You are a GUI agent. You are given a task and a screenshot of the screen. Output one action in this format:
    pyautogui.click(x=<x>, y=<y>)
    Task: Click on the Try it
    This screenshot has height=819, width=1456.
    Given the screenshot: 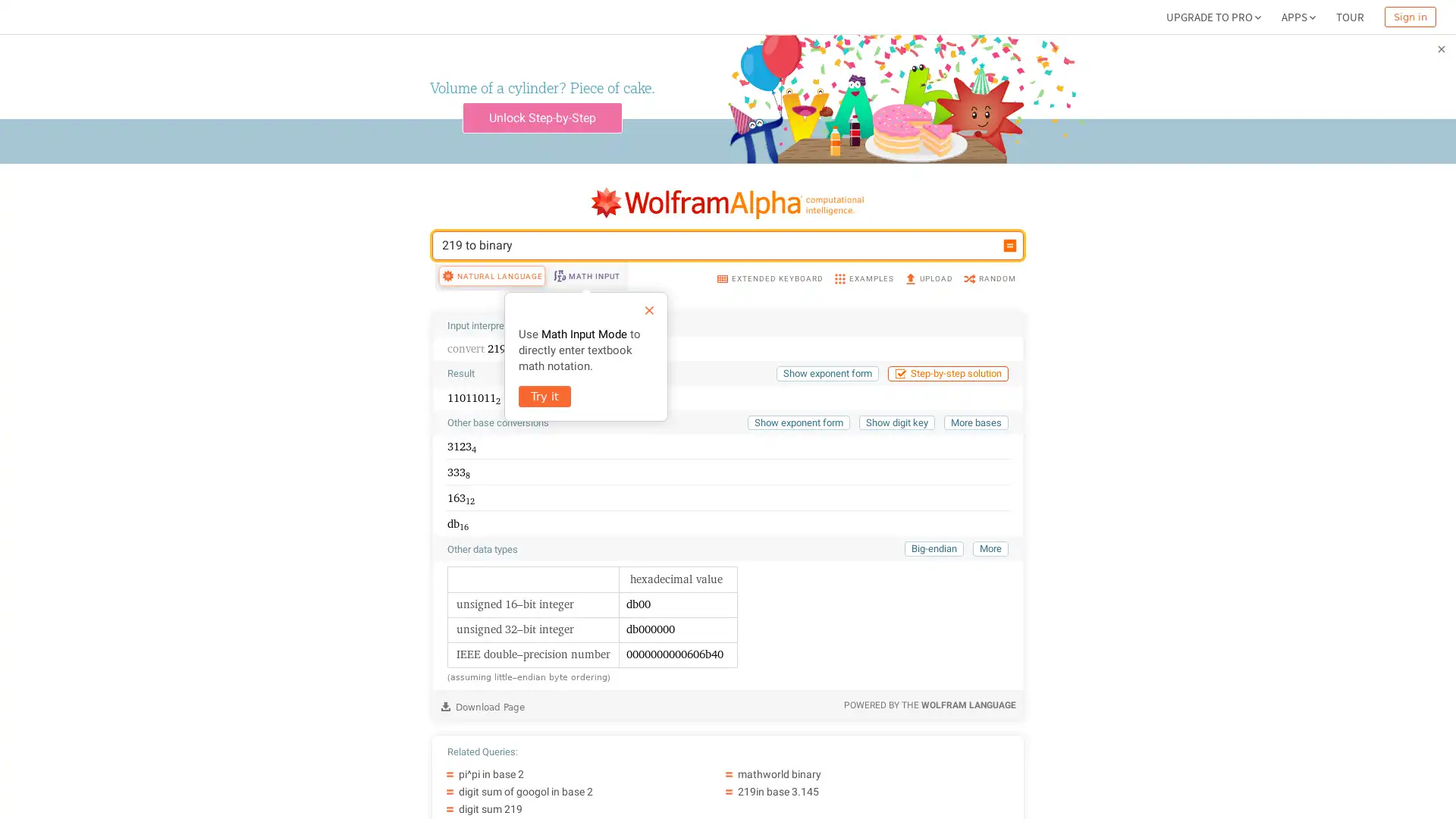 What is the action you would take?
    pyautogui.click(x=544, y=426)
    